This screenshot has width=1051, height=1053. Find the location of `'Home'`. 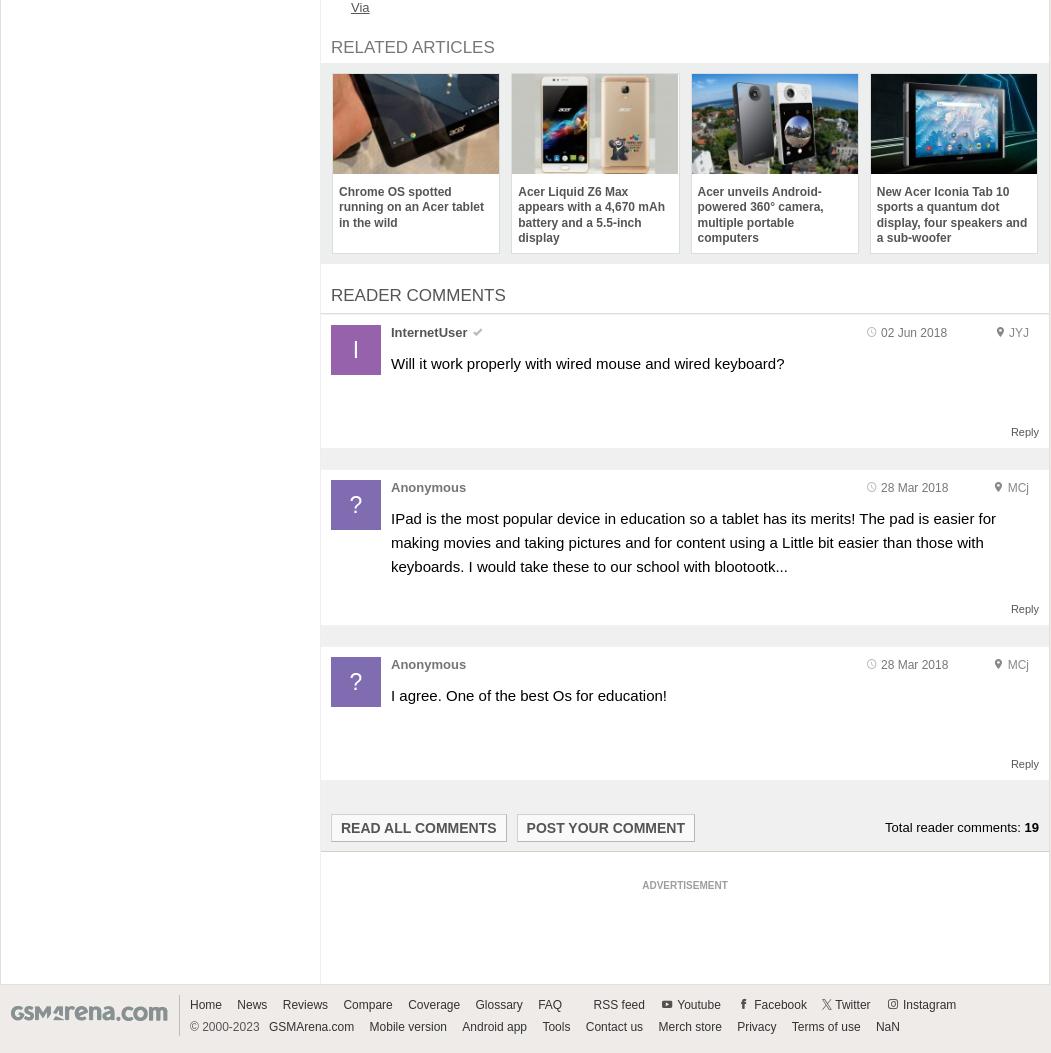

'Home' is located at coordinates (190, 1004).